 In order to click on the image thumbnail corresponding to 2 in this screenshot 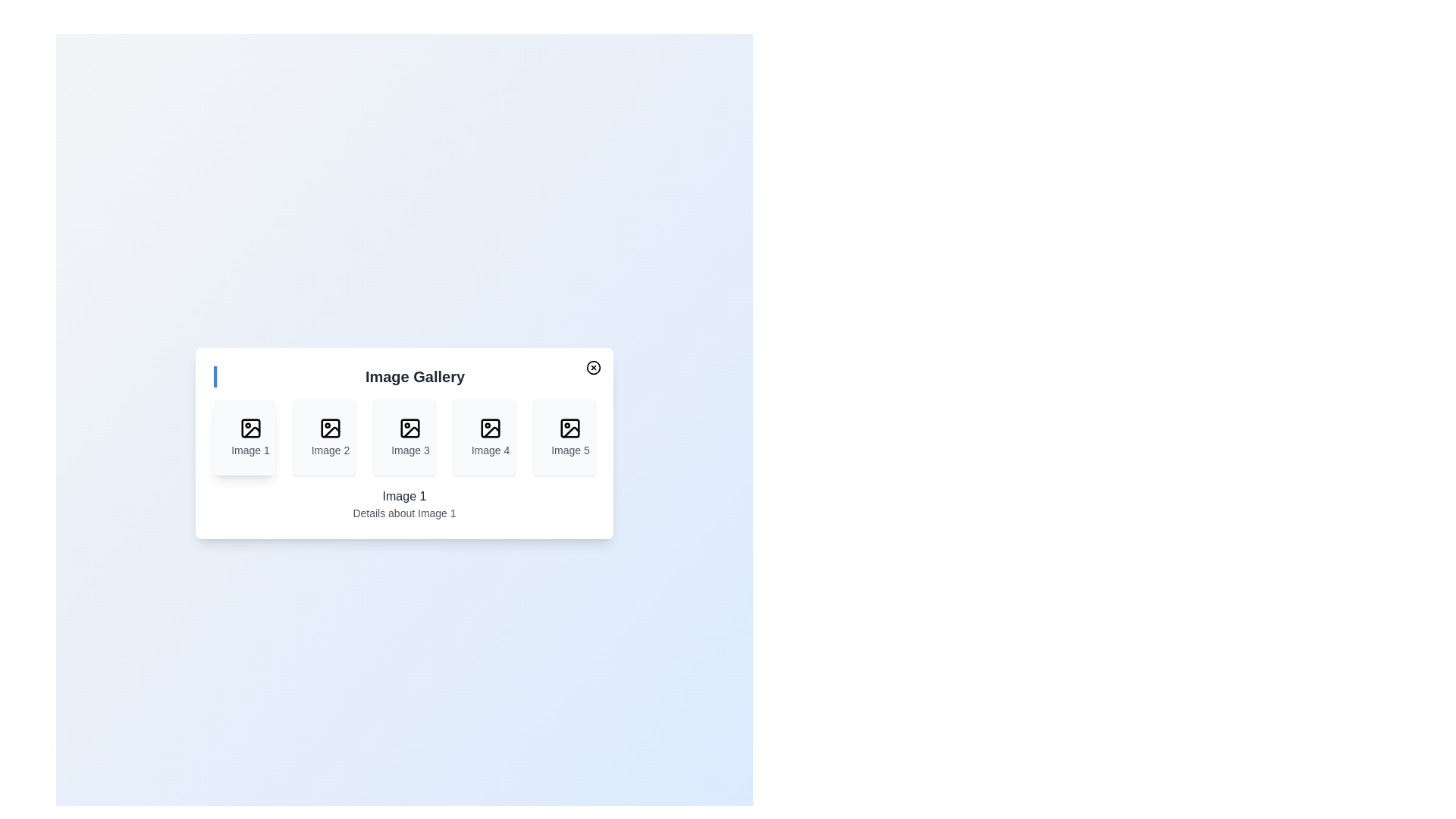, I will do `click(323, 438)`.